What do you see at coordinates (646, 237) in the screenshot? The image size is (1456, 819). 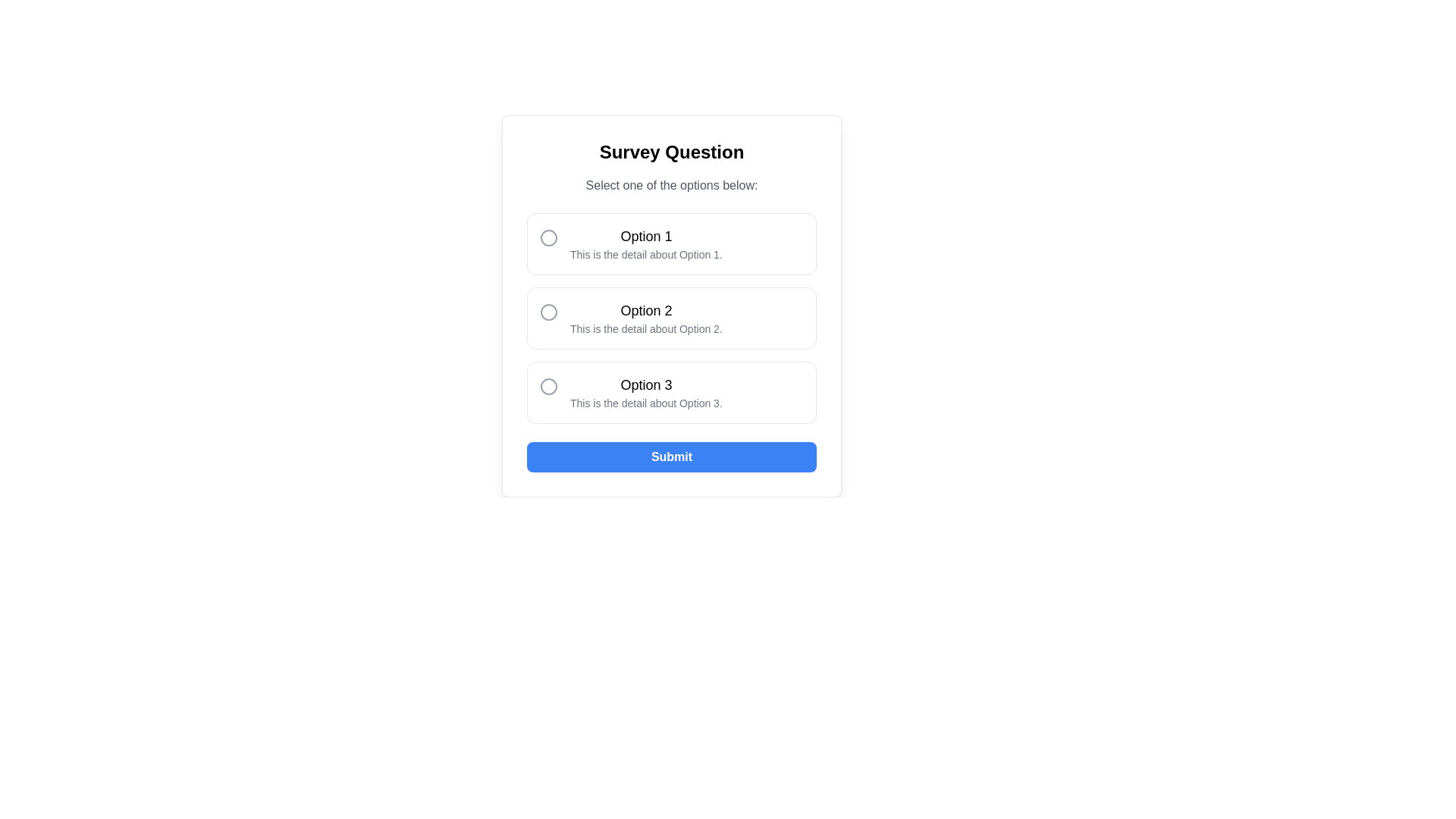 I see `the text label displaying 'Option 1', which is bold and prominent, located at the top of a vertical list of options` at bounding box center [646, 237].